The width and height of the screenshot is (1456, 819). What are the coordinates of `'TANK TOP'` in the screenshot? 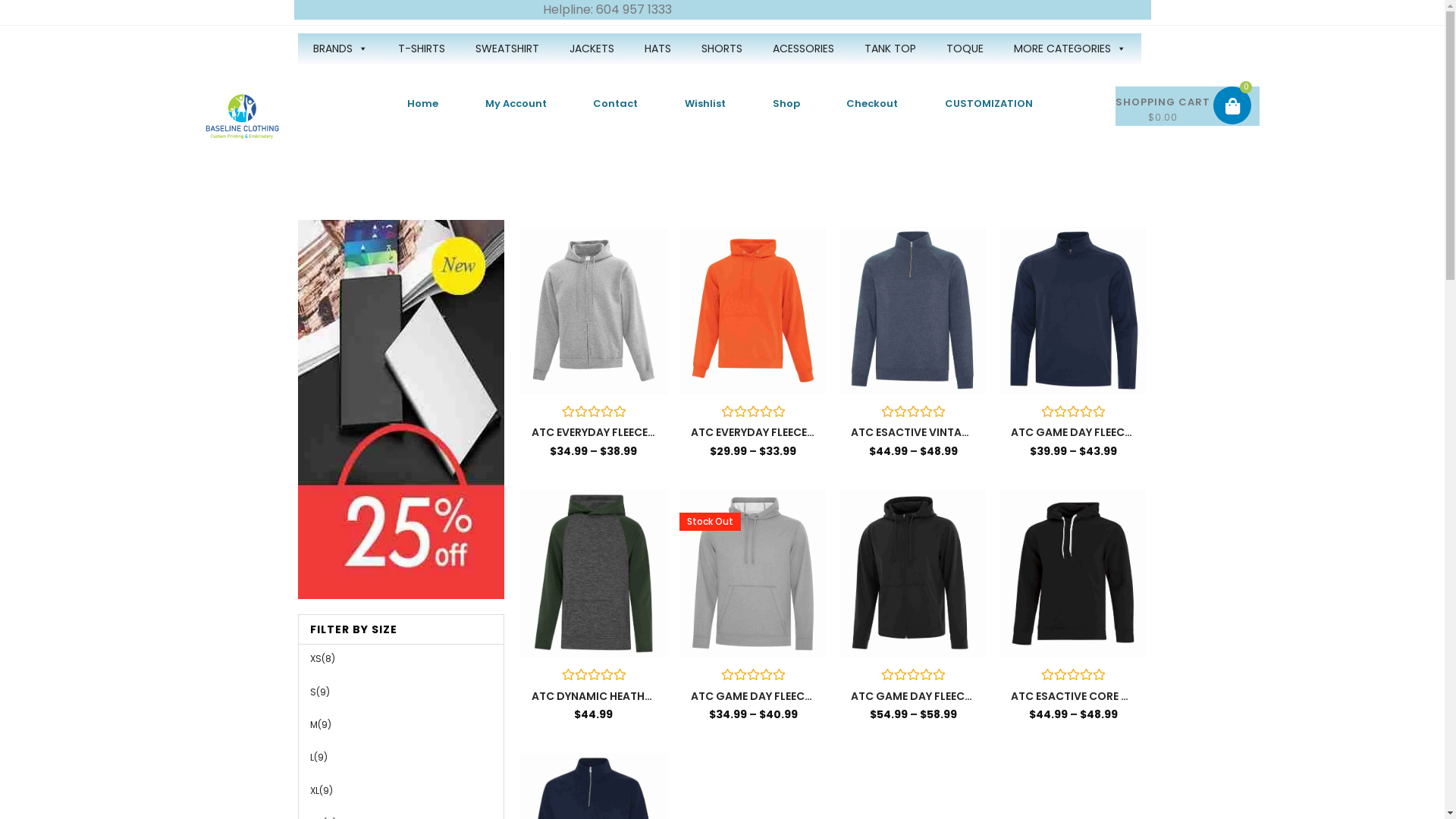 It's located at (890, 48).